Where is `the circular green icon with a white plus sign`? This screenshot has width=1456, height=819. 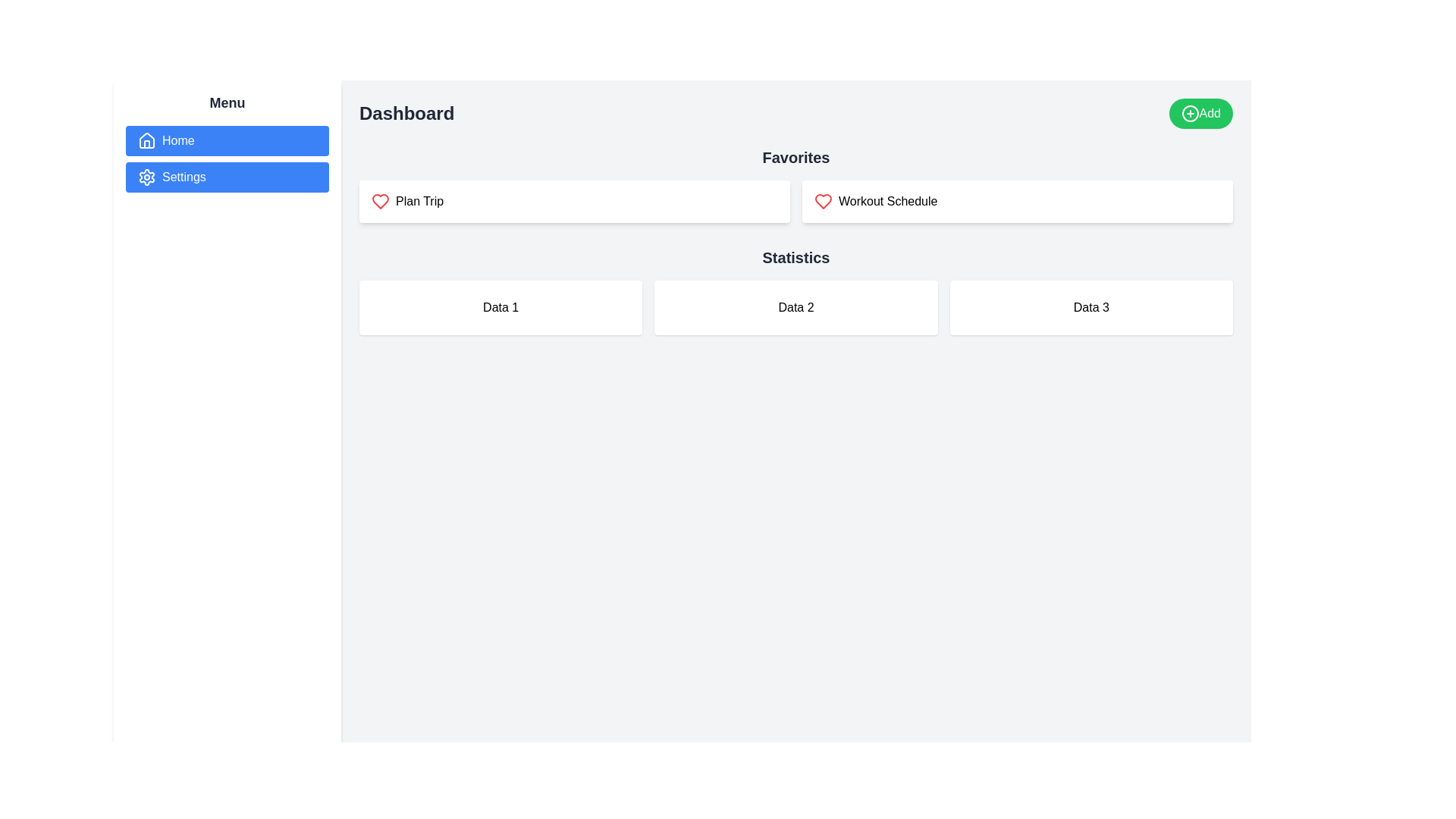
the circular green icon with a white plus sign is located at coordinates (1189, 113).